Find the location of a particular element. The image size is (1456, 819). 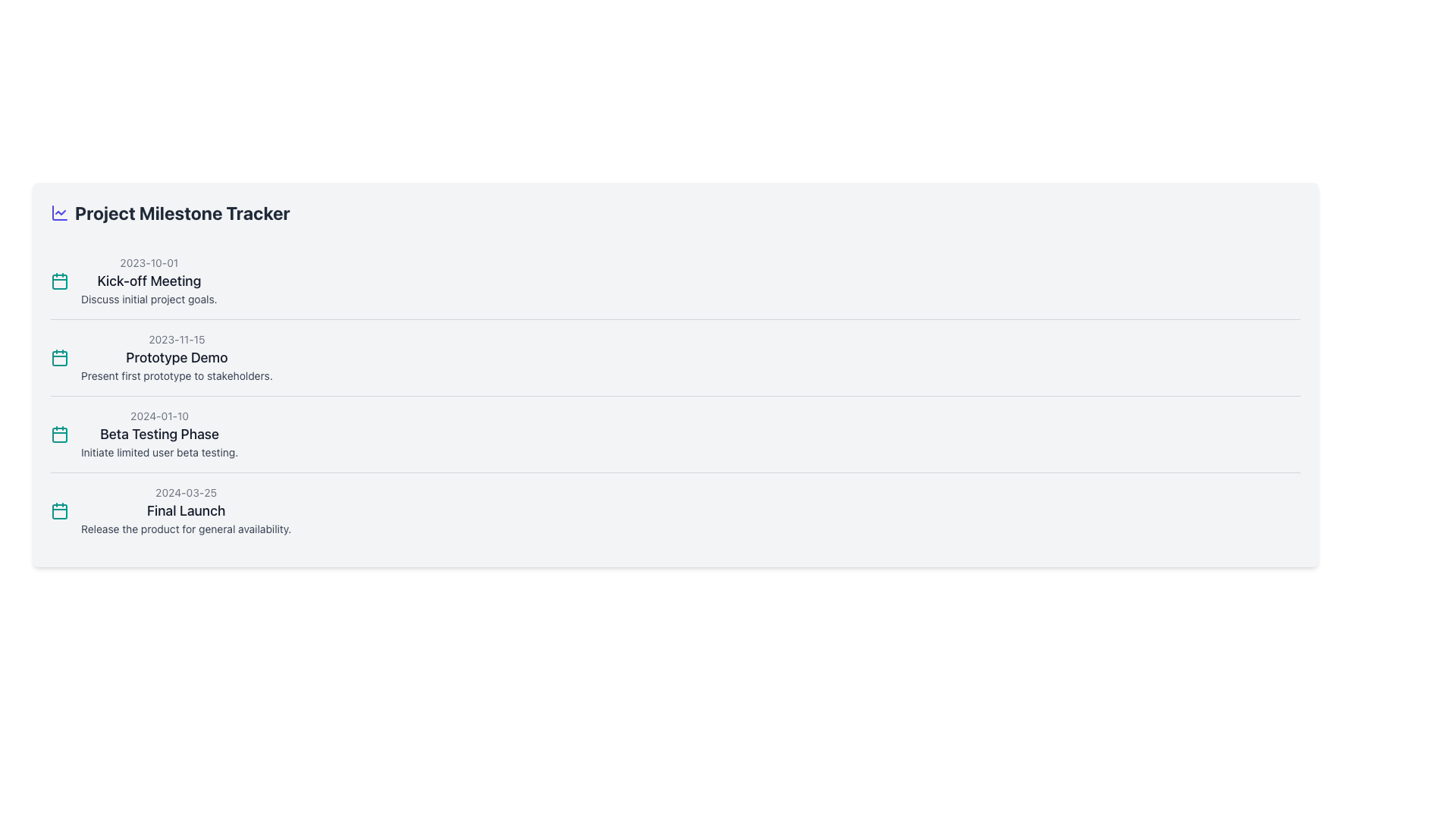

the third milestone list item that describes a specific milestone in the project timeline, positioned between 'Prototype Demo' and 'Final Launch' is located at coordinates (159, 435).